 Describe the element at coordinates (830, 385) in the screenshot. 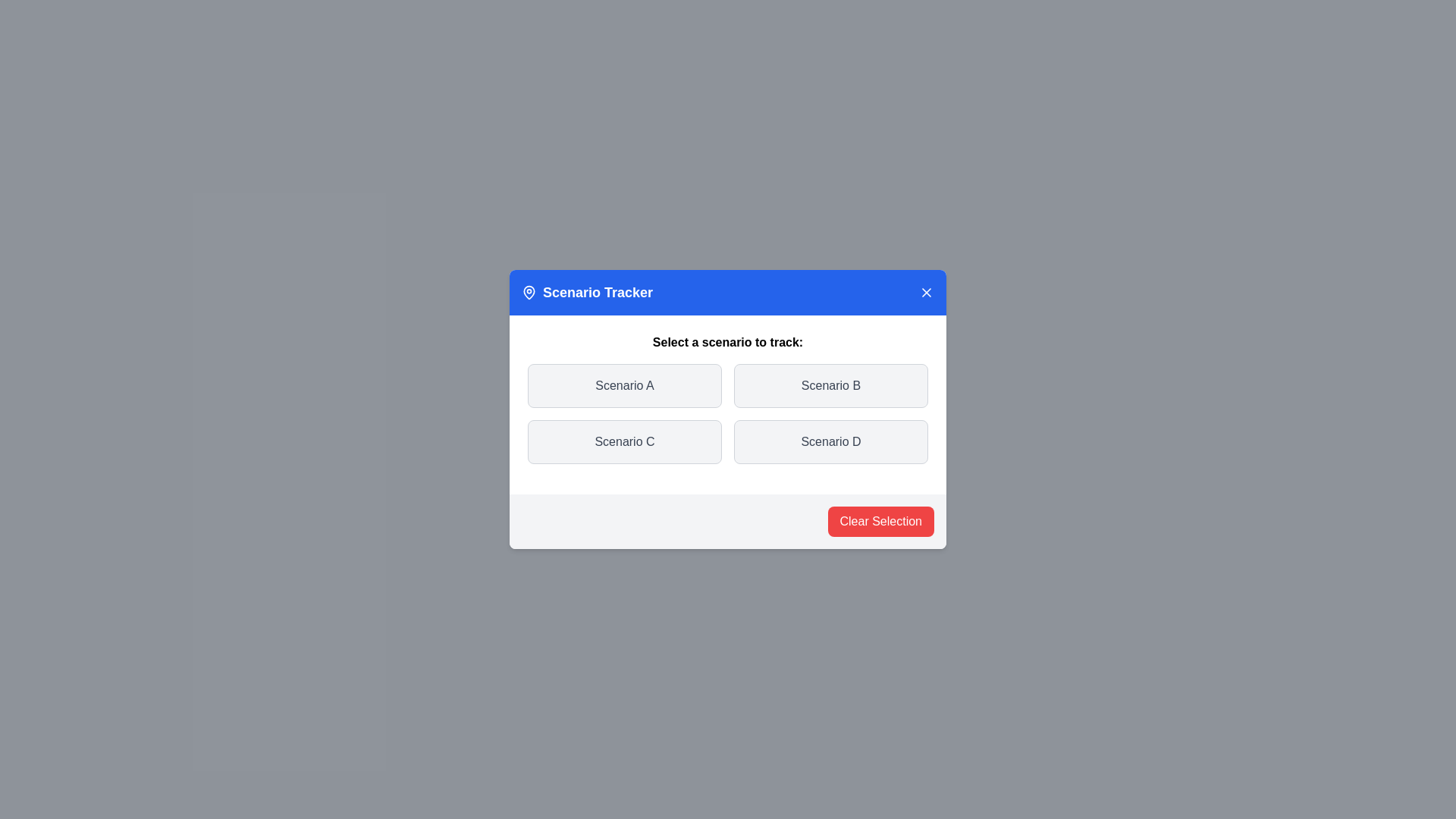

I see `the scenario Scenario B by clicking on its respective button` at that location.